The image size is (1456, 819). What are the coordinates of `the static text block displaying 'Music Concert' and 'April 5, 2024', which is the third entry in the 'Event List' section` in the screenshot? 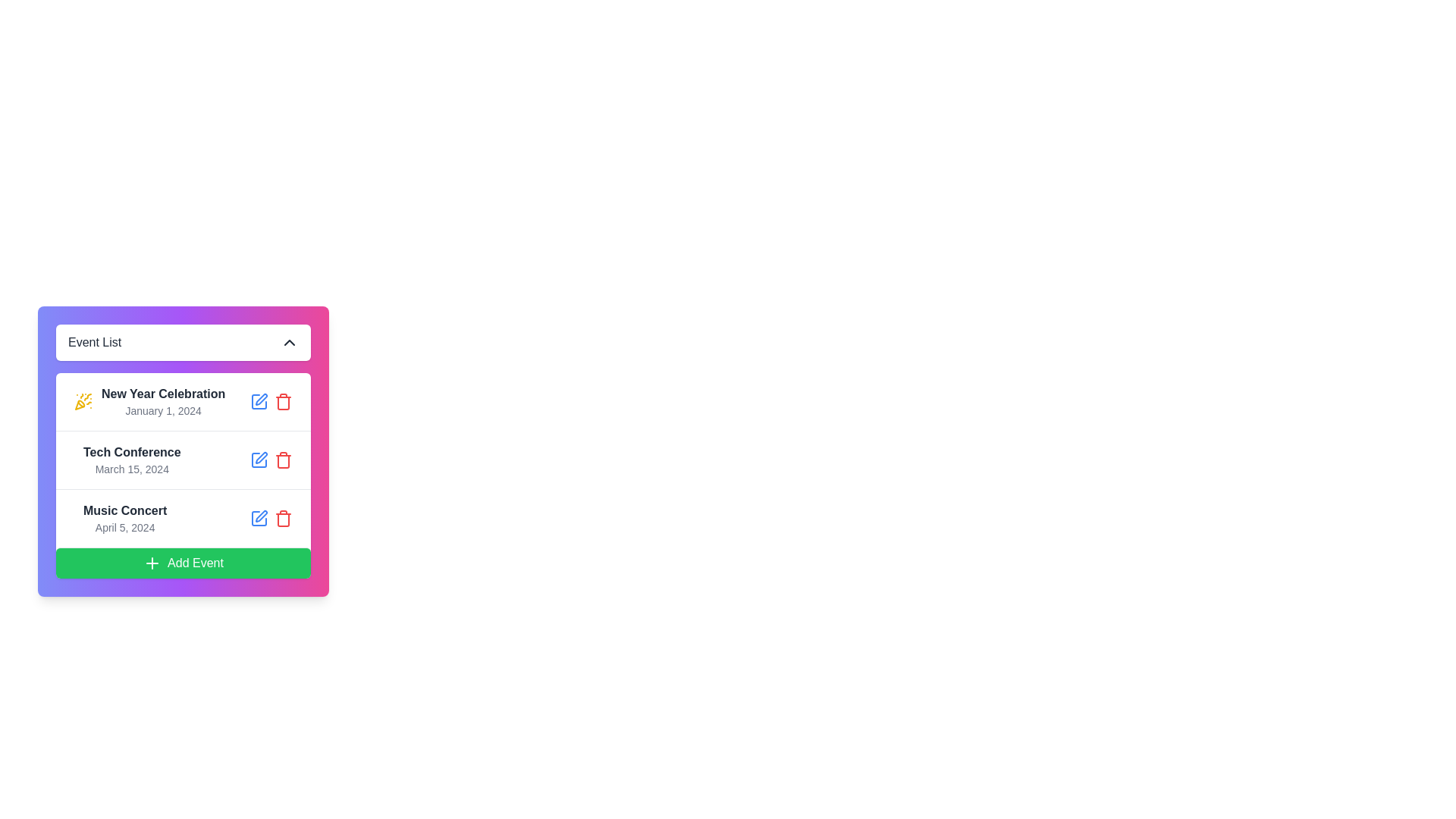 It's located at (120, 517).